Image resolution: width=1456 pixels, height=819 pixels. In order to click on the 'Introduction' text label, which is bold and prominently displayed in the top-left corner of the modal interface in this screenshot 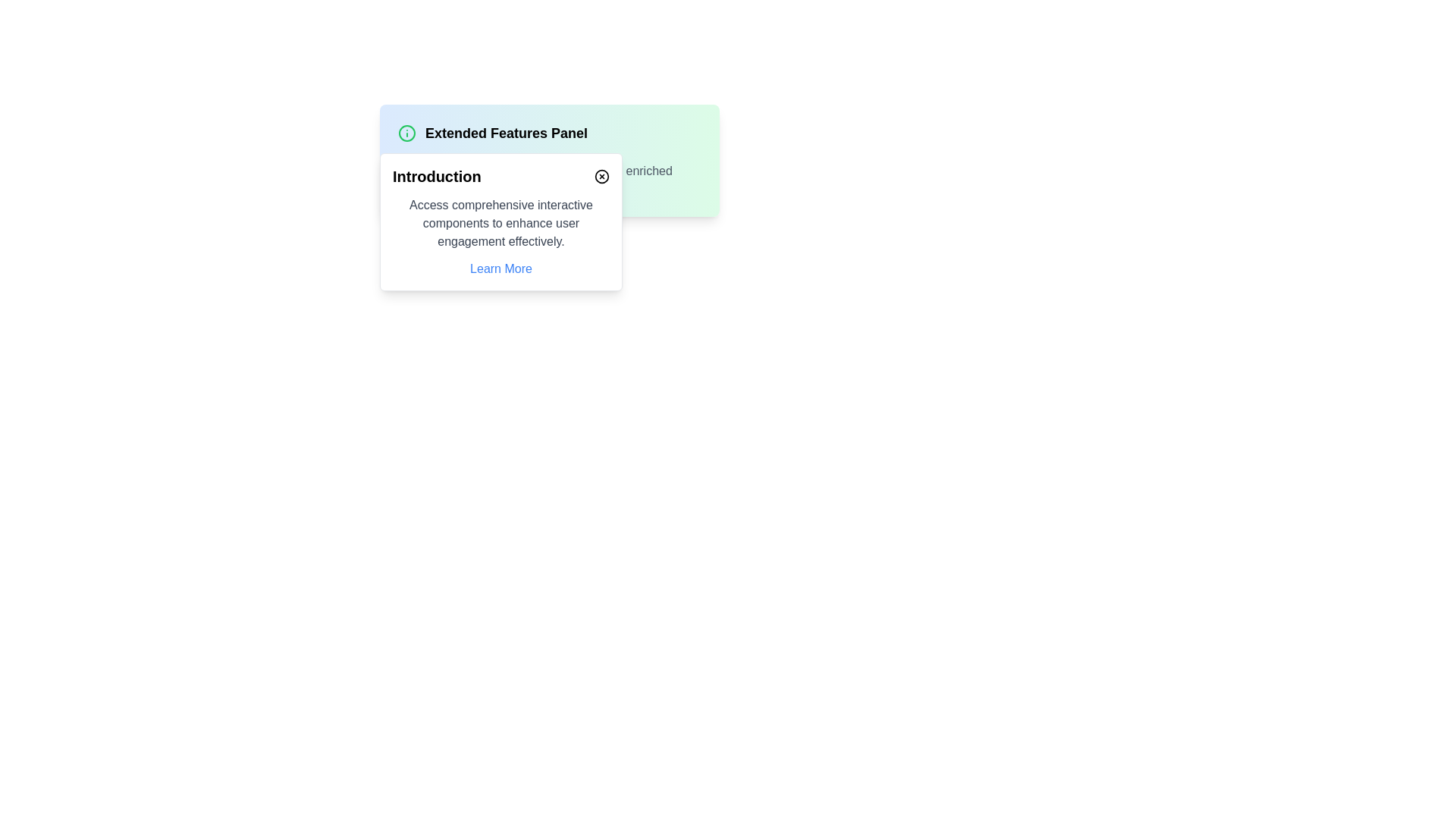, I will do `click(436, 175)`.